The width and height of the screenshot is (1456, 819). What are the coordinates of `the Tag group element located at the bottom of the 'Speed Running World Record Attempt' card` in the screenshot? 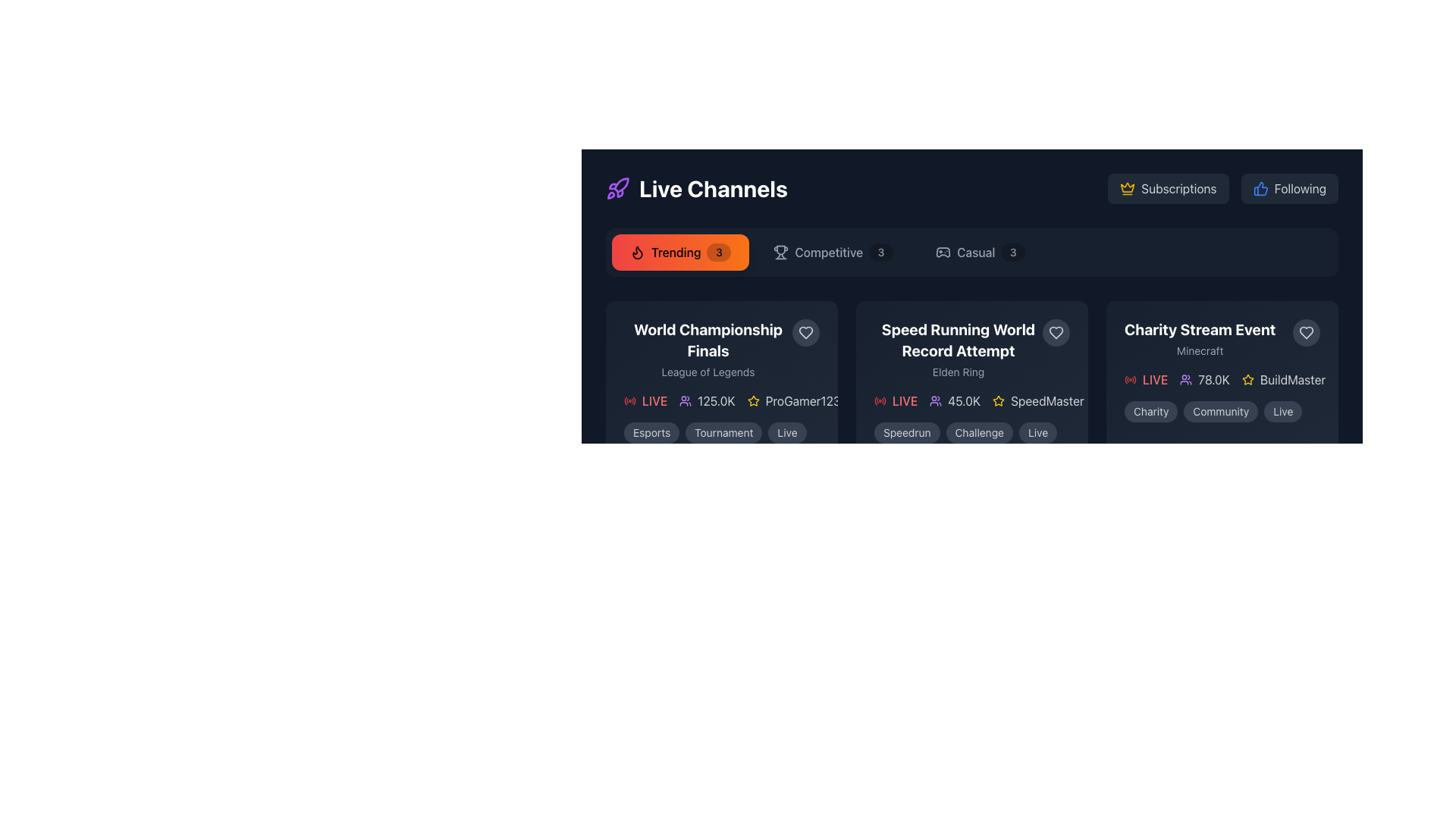 It's located at (971, 432).